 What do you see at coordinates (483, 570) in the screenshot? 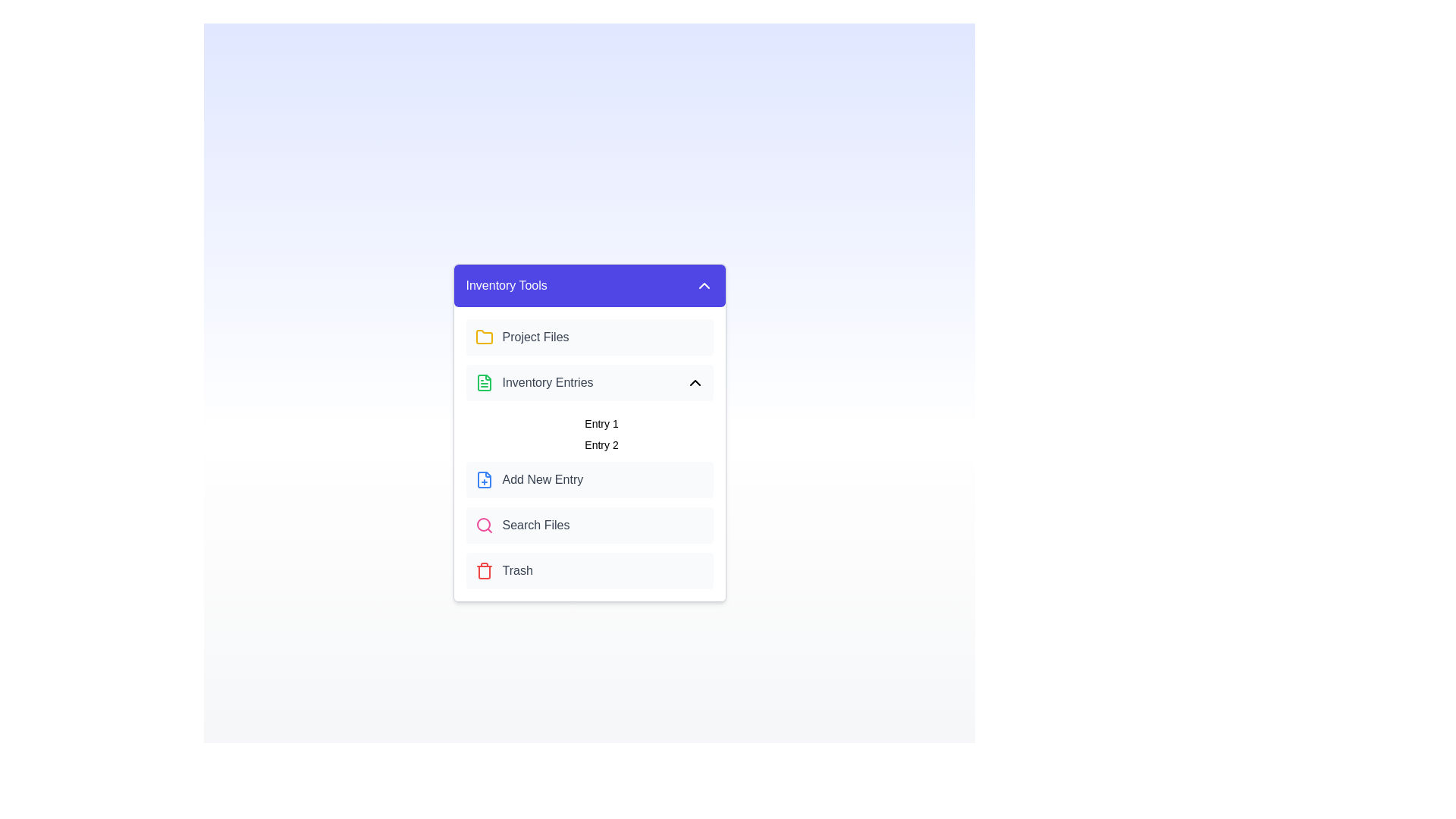
I see `the red trash can icon, which indicates a delete function, located in the 'Trash' menu item entry` at bounding box center [483, 570].